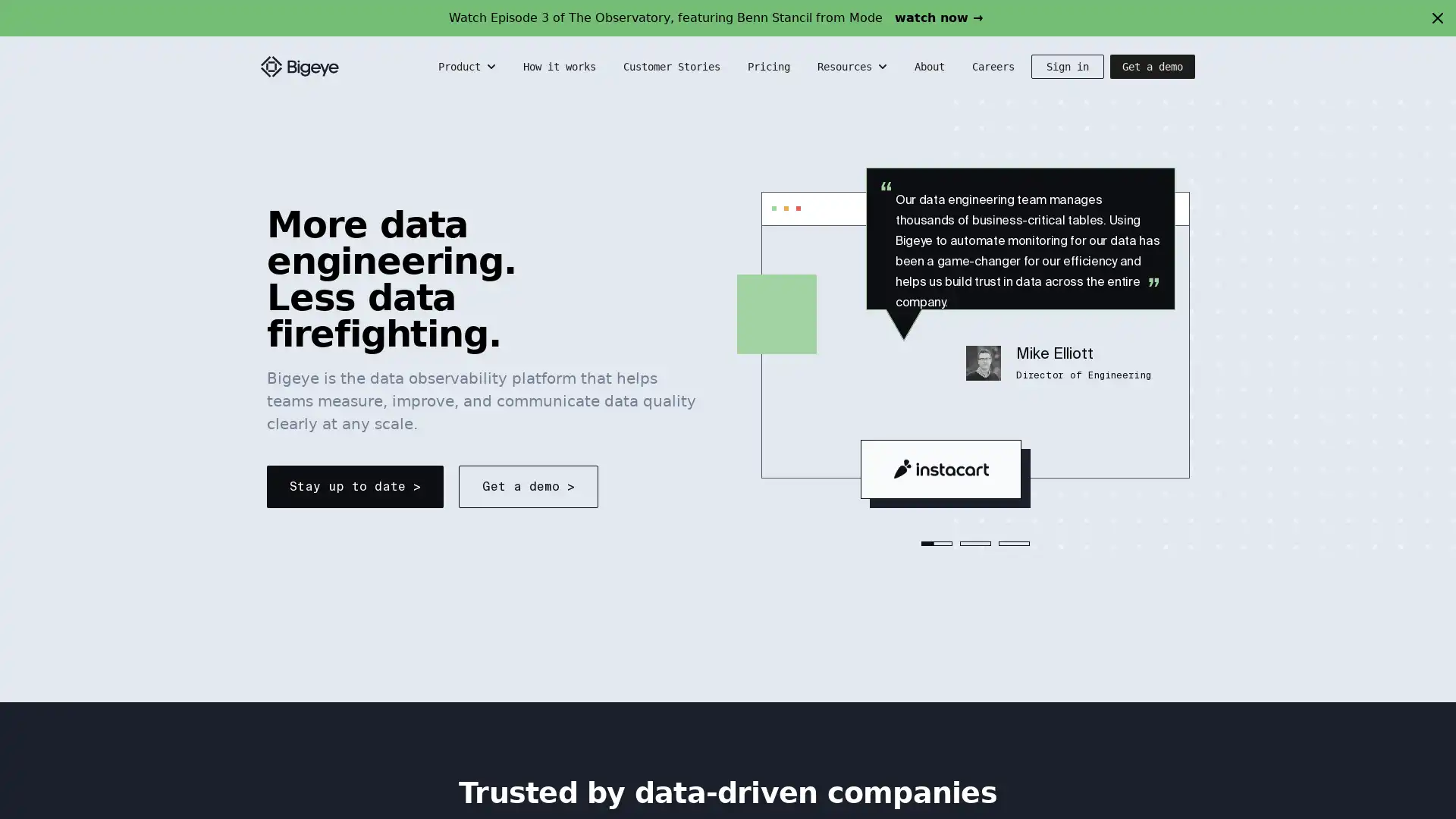  What do you see at coordinates (1437, 17) in the screenshot?
I see `Dismiss` at bounding box center [1437, 17].